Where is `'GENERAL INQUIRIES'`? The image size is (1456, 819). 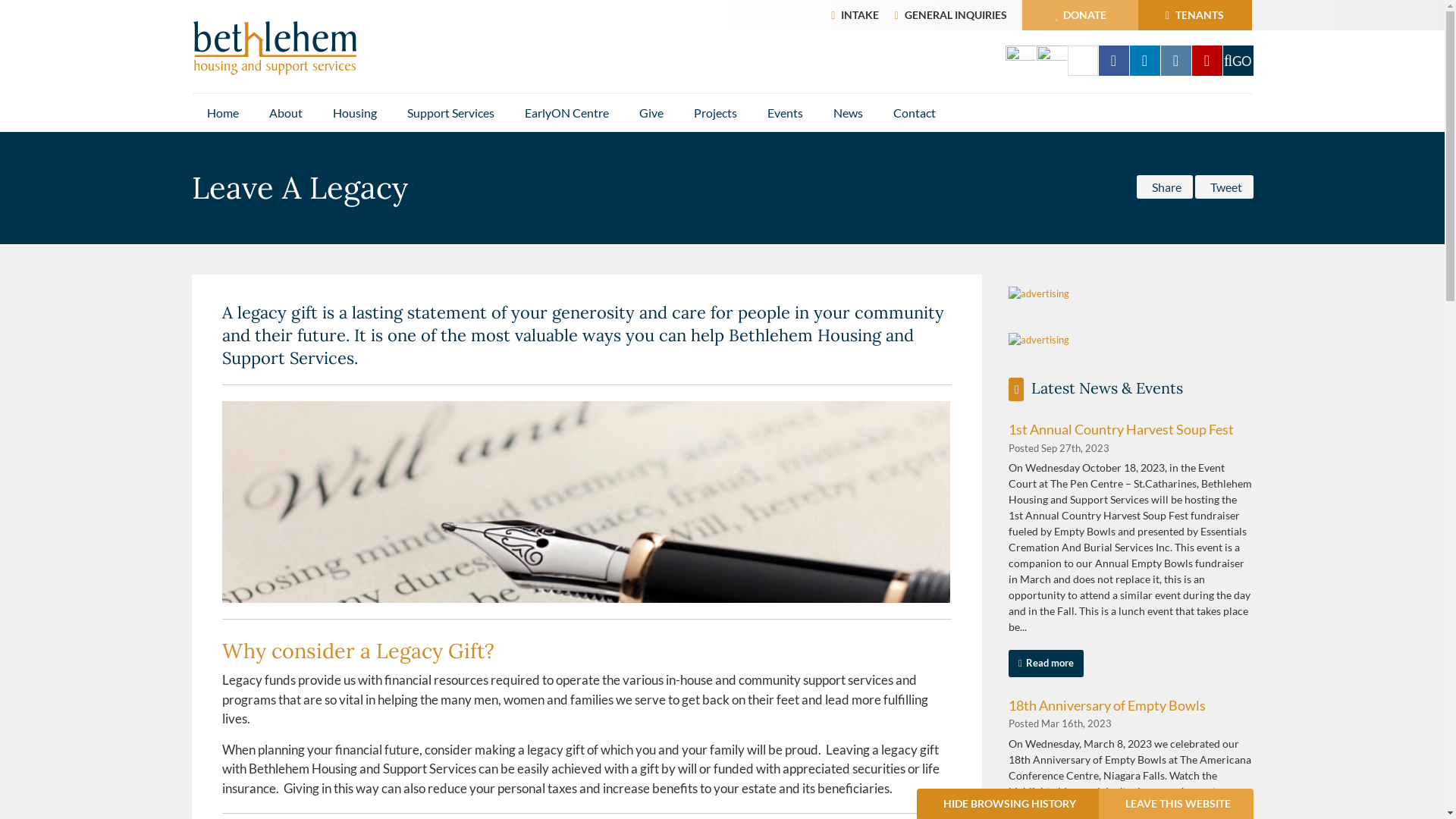
'GENERAL INQUIRIES' is located at coordinates (954, 14).